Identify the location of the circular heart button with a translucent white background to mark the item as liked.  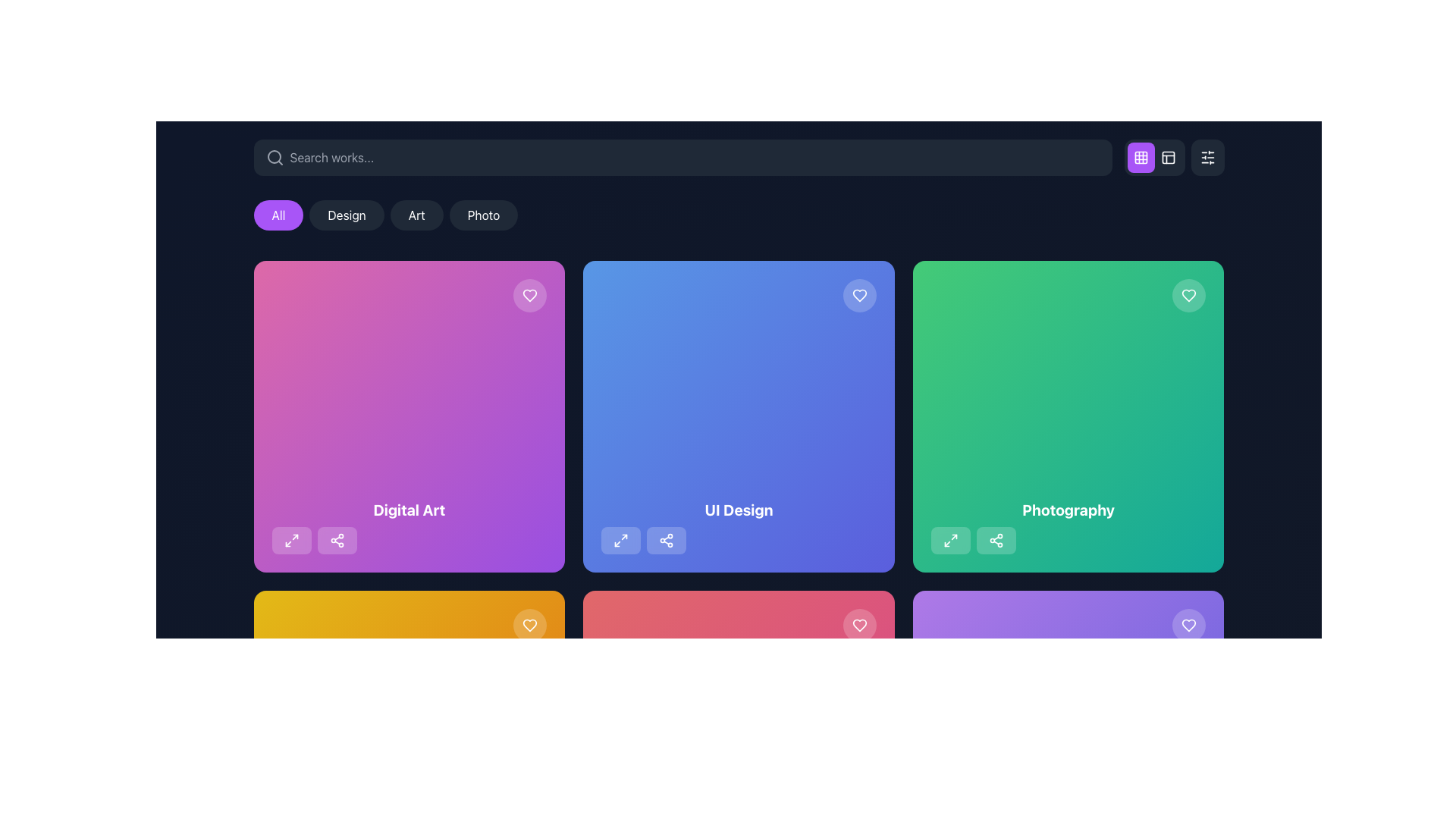
(1188, 625).